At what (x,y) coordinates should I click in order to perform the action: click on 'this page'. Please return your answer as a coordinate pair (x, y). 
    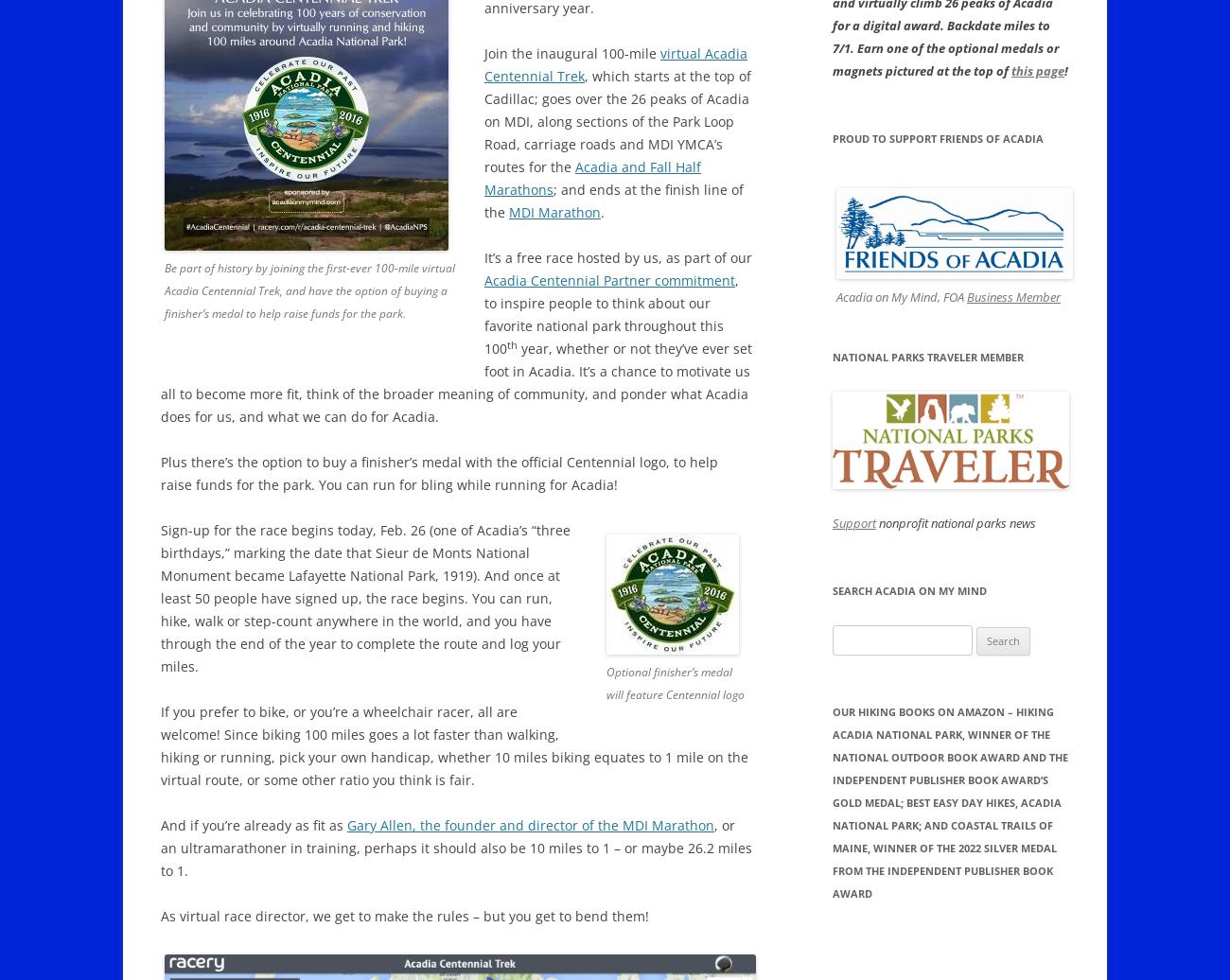
    Looking at the image, I should click on (1036, 71).